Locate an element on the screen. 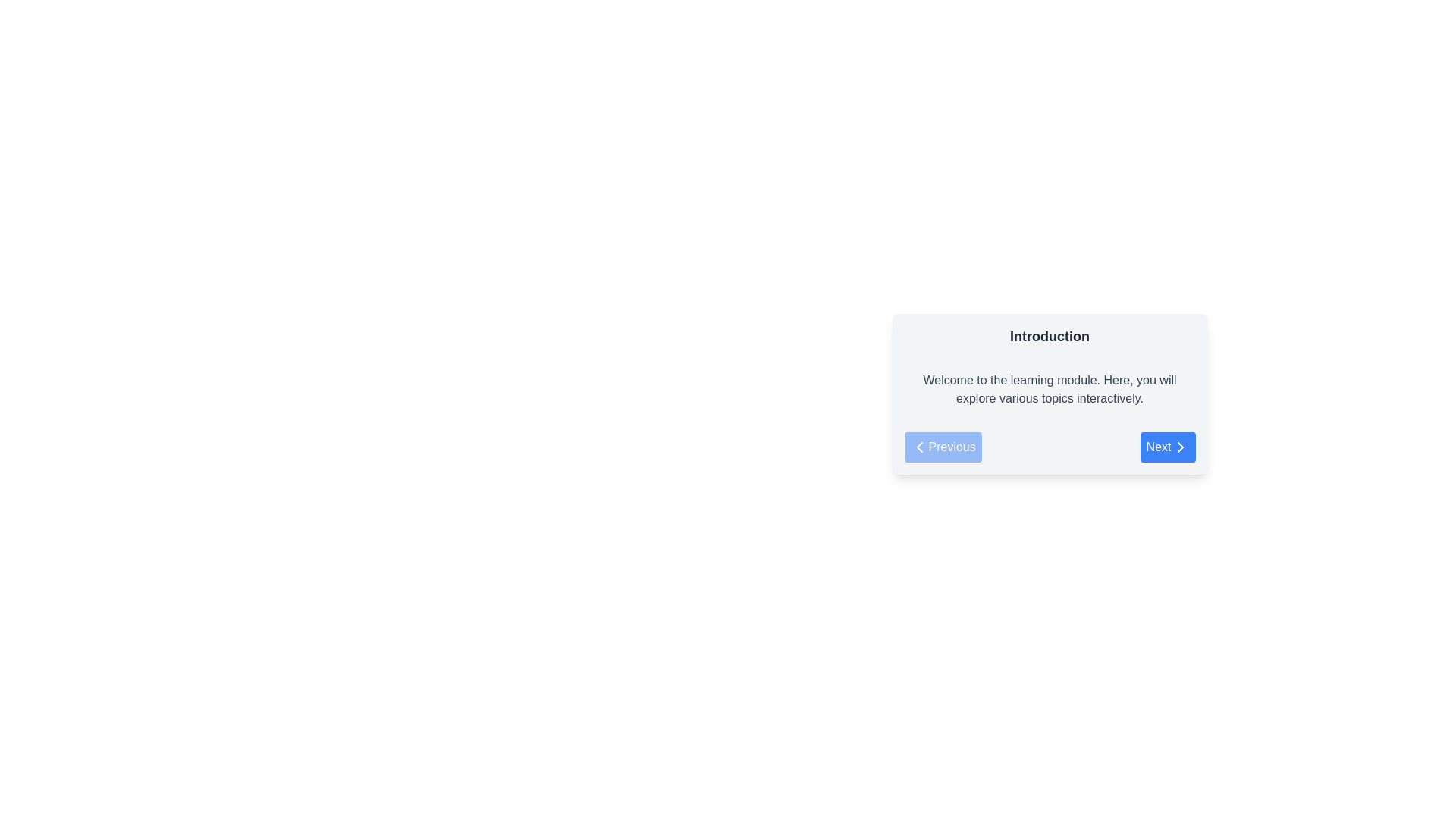  the backward navigation button located at the leftmost position in the bottom section of the card is located at coordinates (942, 447).